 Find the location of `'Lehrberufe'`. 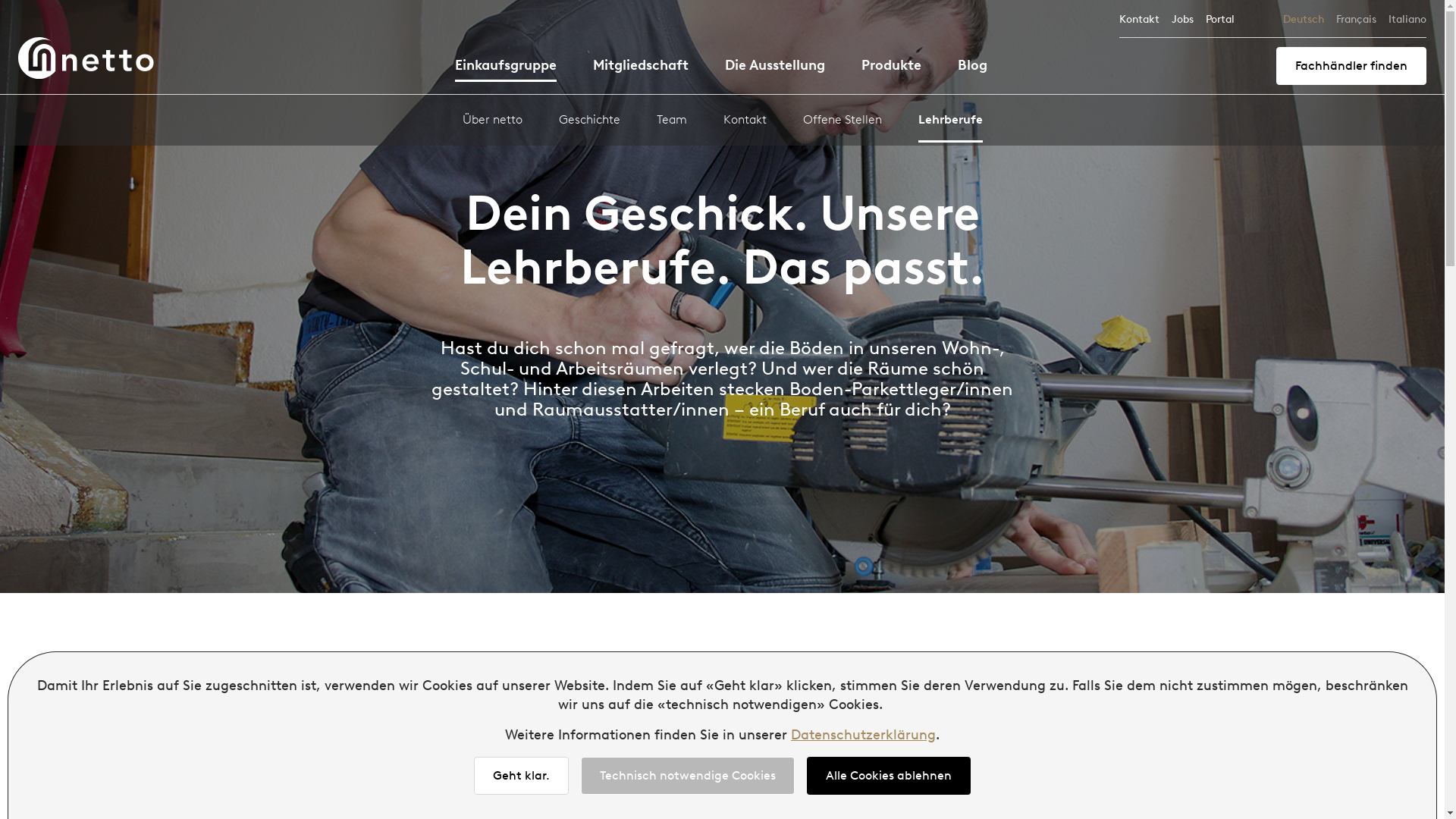

'Lehrberufe' is located at coordinates (916, 126).